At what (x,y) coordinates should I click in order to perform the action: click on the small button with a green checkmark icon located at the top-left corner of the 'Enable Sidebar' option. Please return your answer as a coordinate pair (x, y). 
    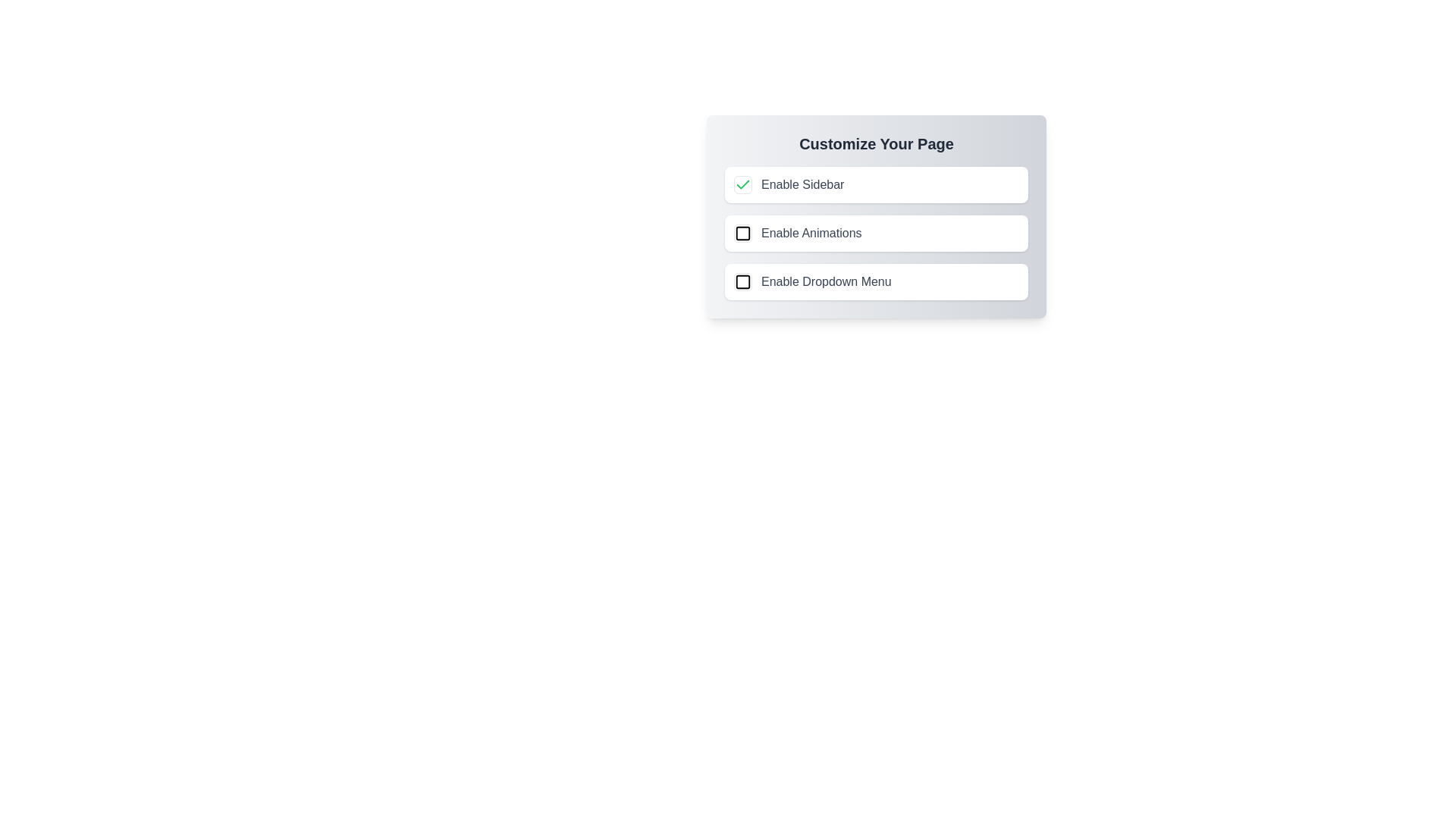
    Looking at the image, I should click on (742, 184).